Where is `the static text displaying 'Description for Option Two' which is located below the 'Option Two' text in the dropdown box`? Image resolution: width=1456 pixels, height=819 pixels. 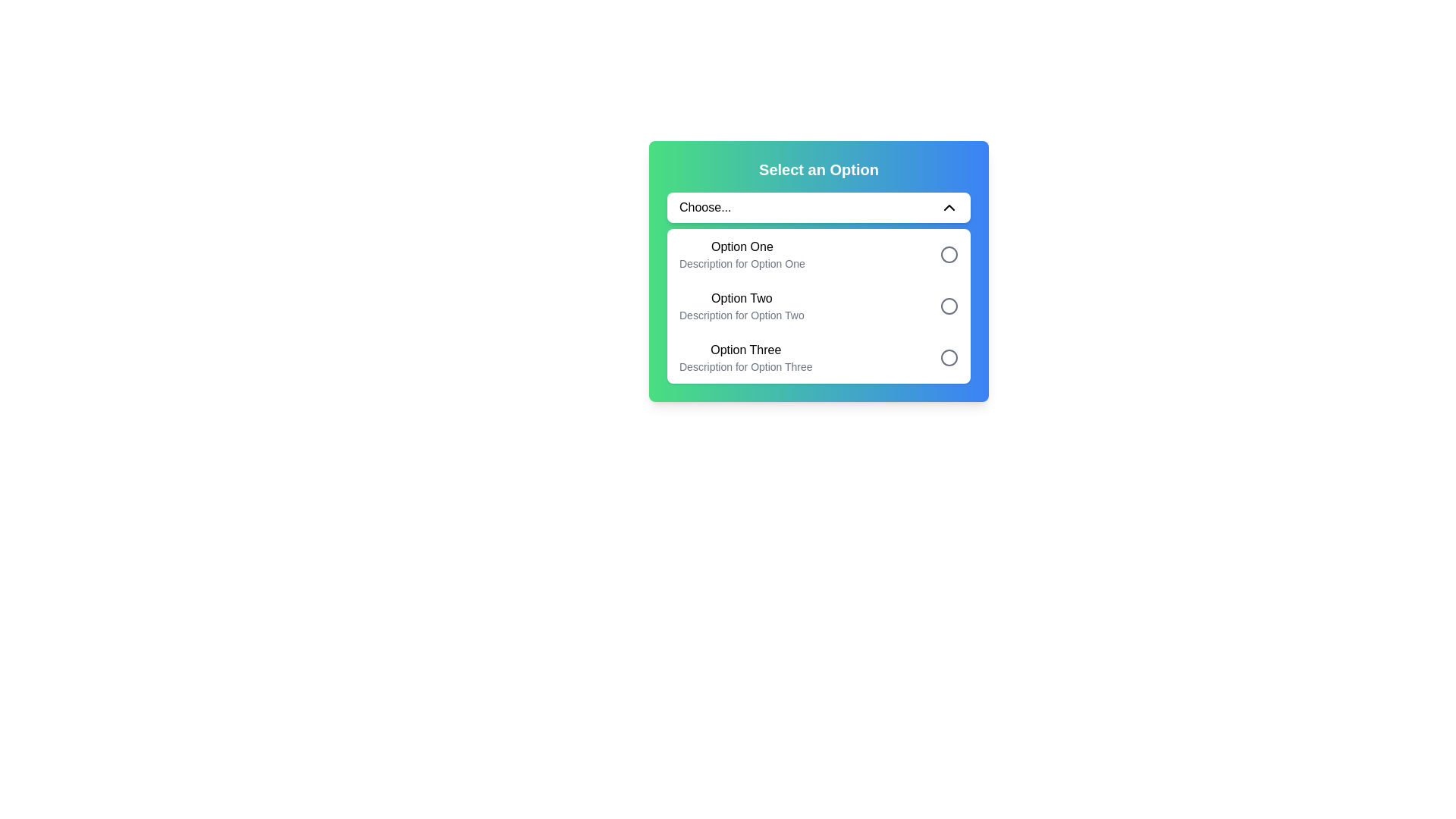 the static text displaying 'Description for Option Two' which is located below the 'Option Two' text in the dropdown box is located at coordinates (742, 315).